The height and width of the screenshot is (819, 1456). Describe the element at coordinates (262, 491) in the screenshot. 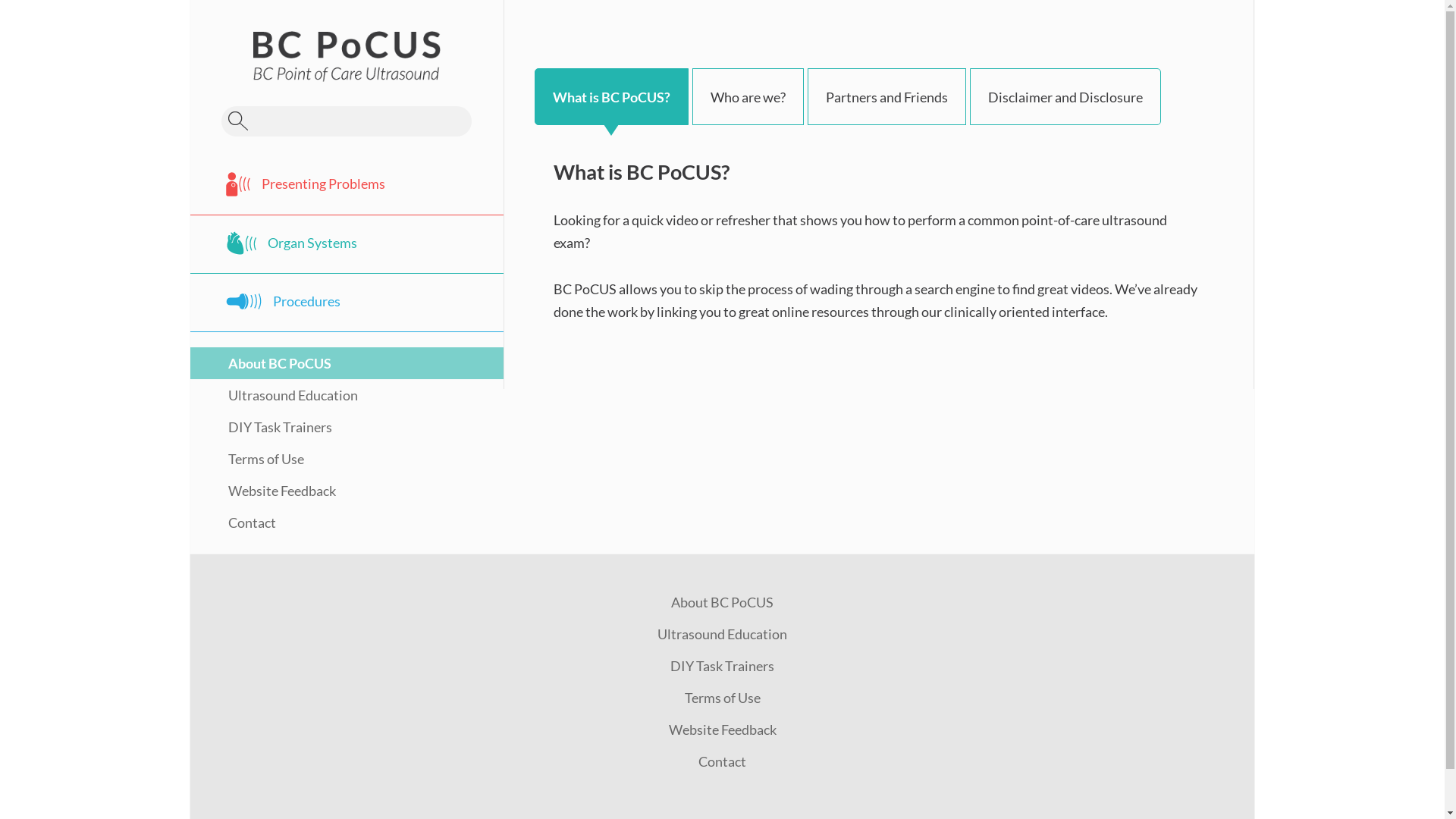

I see `'Website Feedback'` at that location.